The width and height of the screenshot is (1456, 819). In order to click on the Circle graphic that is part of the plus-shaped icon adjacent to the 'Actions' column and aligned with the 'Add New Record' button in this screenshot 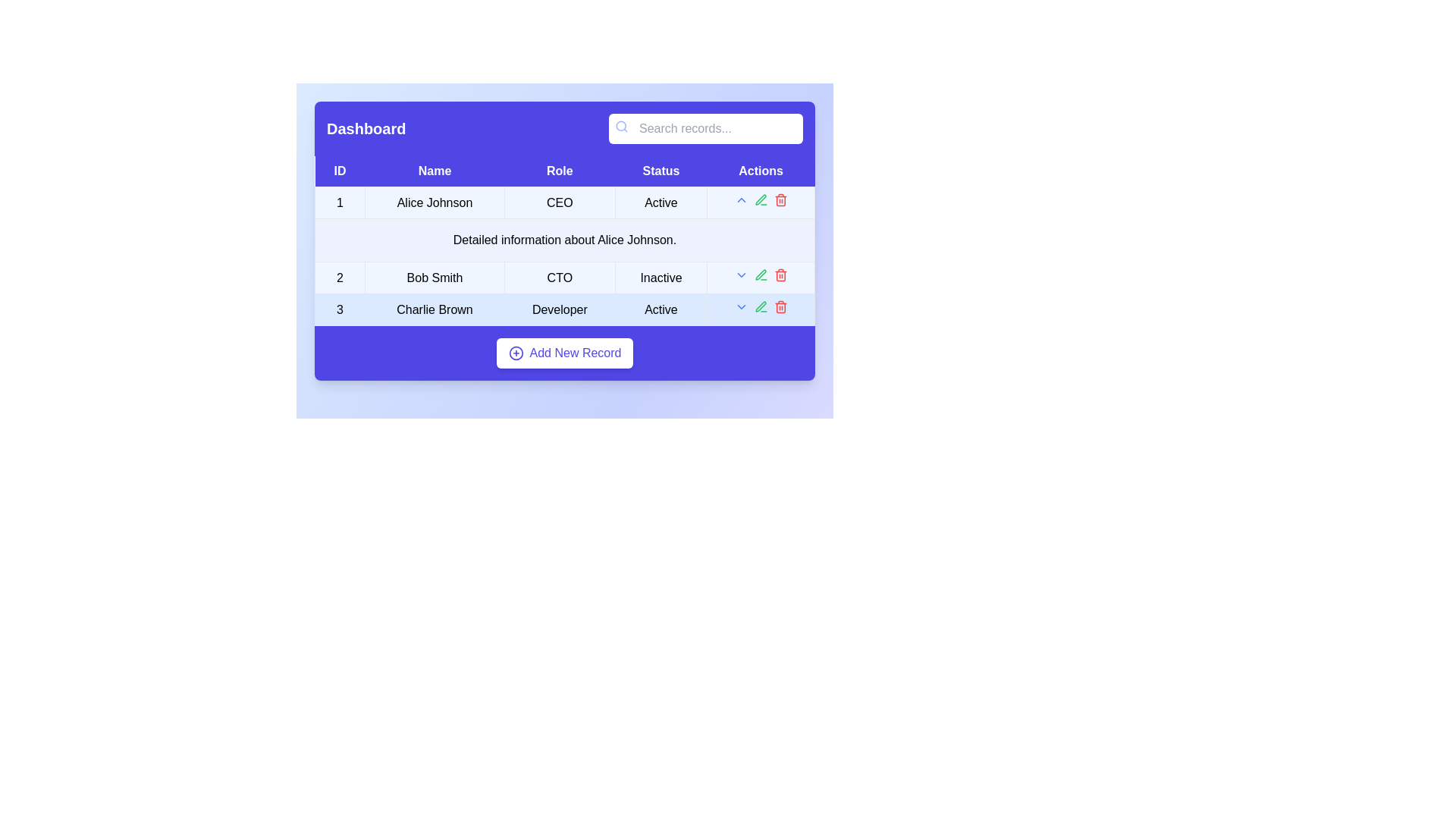, I will do `click(516, 353)`.